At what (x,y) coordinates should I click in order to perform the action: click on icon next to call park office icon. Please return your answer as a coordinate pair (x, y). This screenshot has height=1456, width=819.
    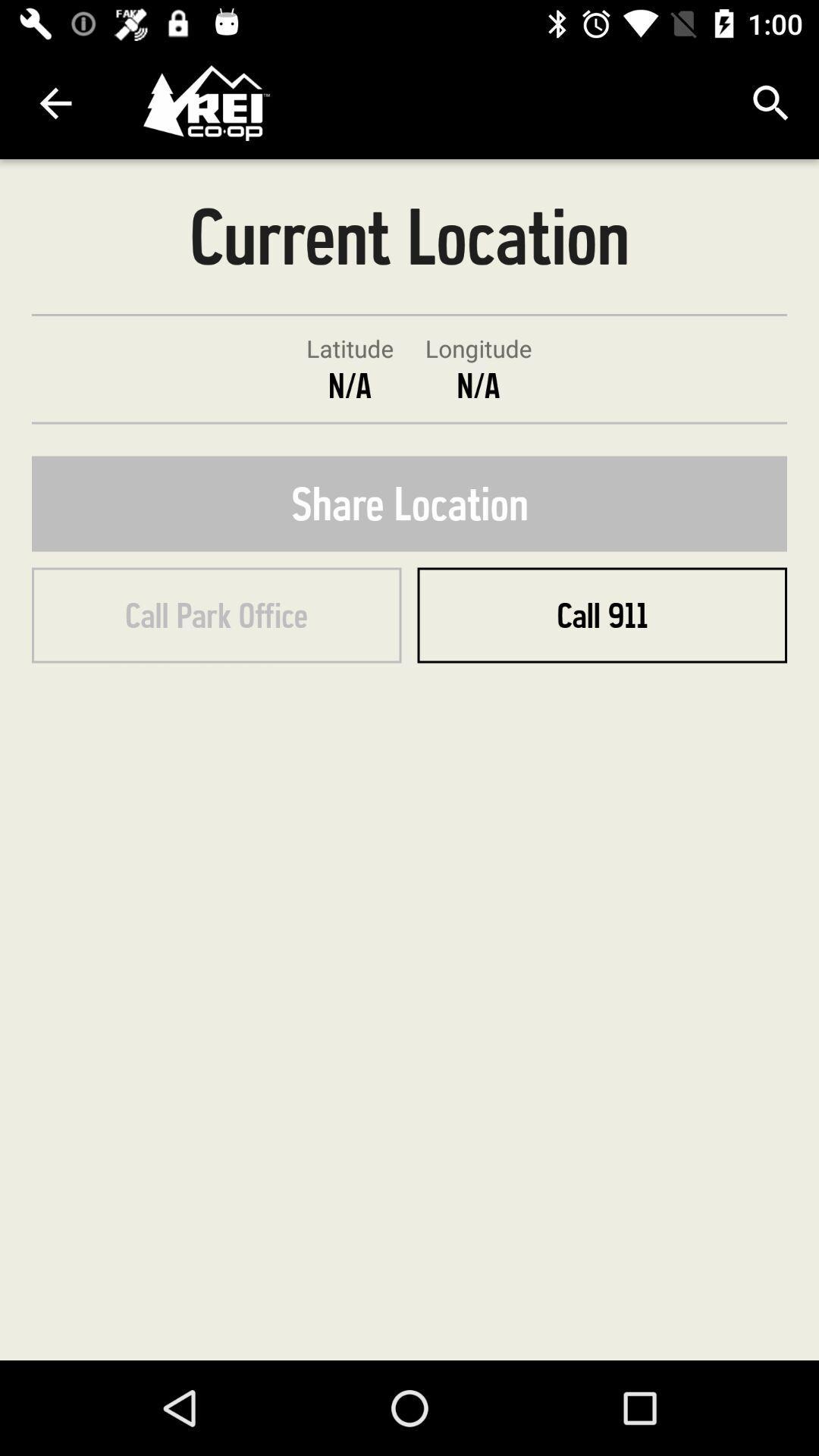
    Looking at the image, I should click on (601, 615).